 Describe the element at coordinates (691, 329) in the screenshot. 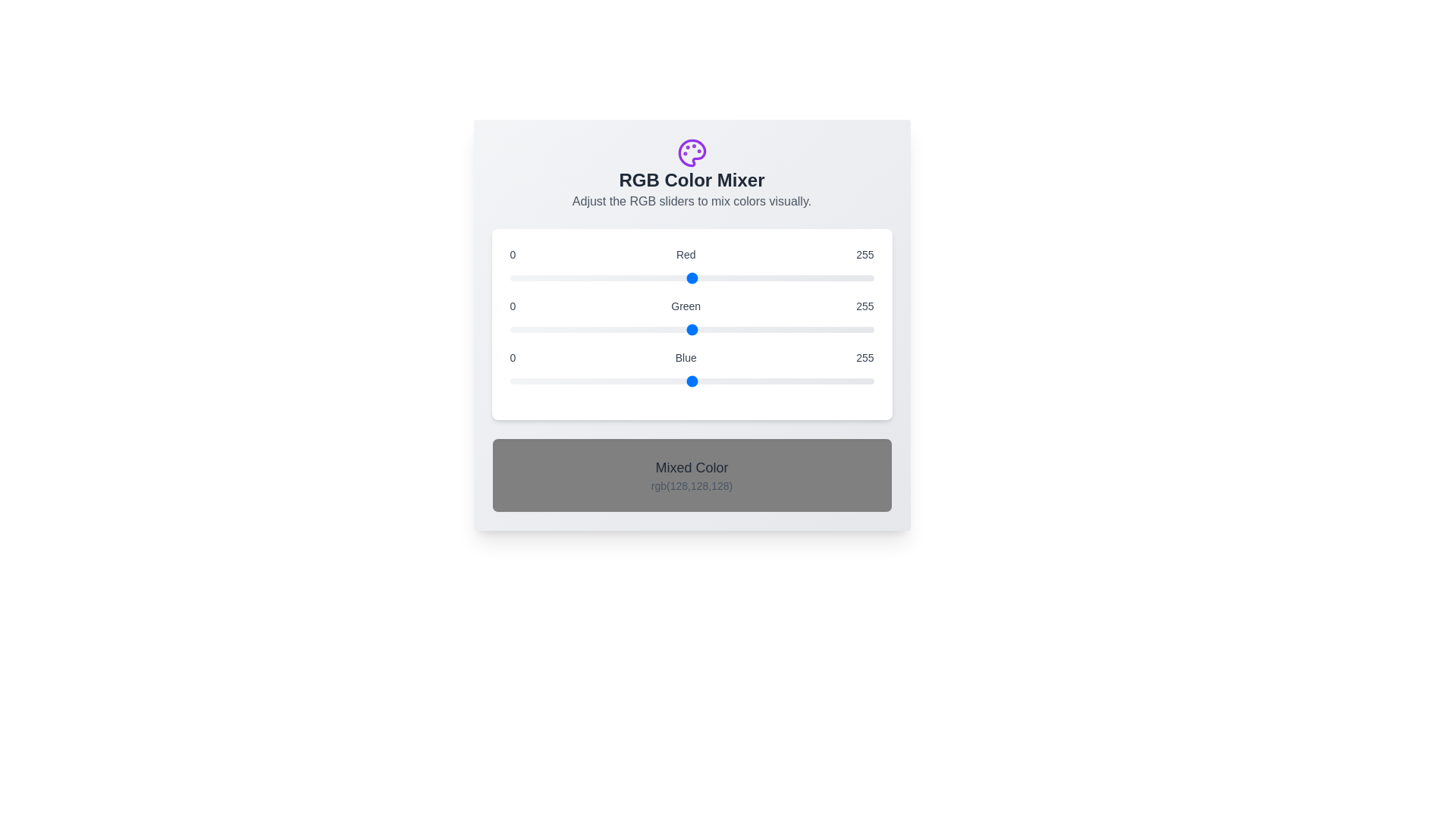

I see `the 1 slider to the value 227 to observe the resulting mixed color` at that location.